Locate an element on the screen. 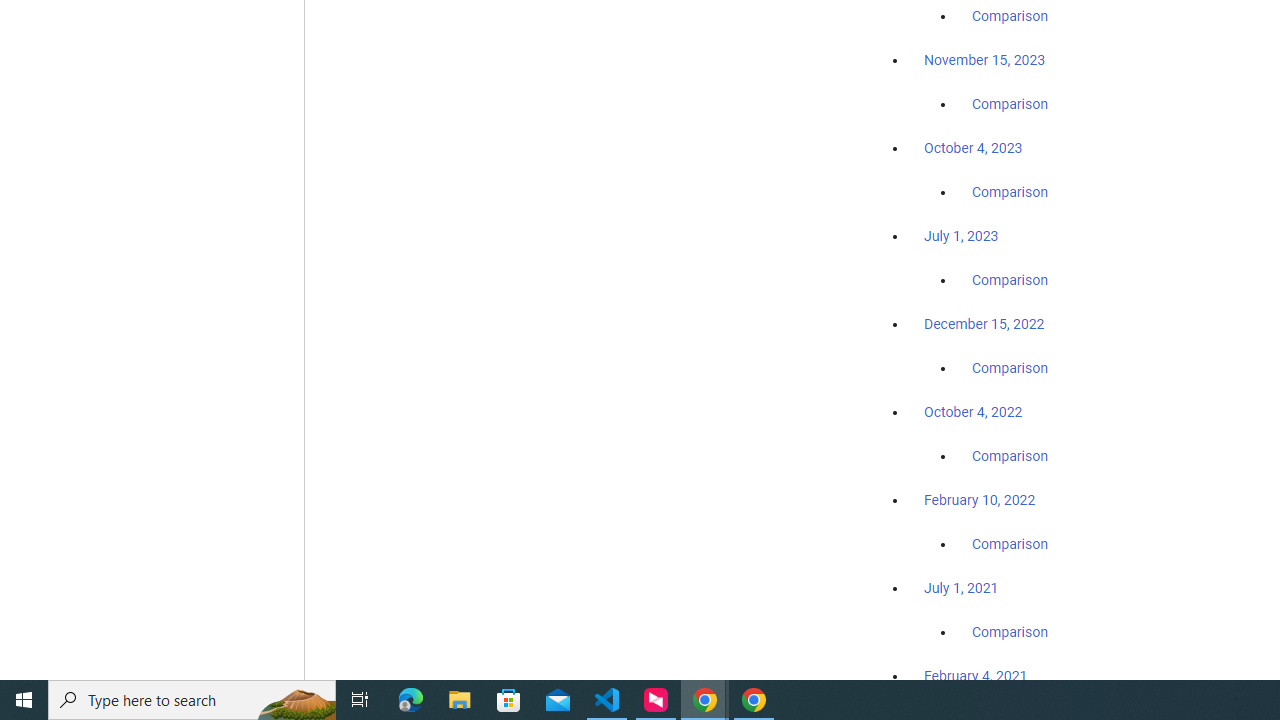  'February 4, 2021' is located at coordinates (976, 675).